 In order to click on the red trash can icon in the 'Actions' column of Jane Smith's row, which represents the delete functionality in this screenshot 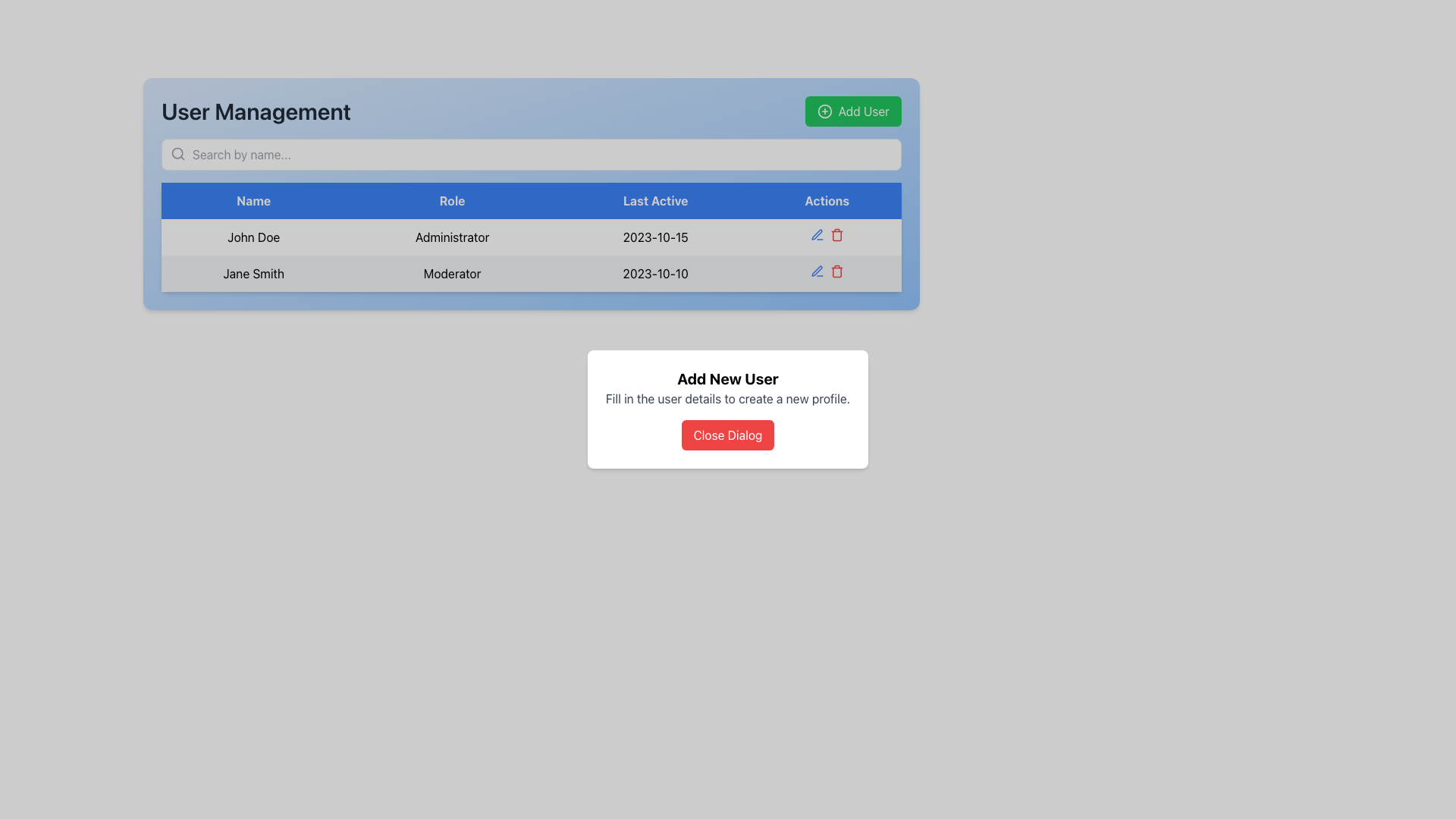, I will do `click(826, 274)`.